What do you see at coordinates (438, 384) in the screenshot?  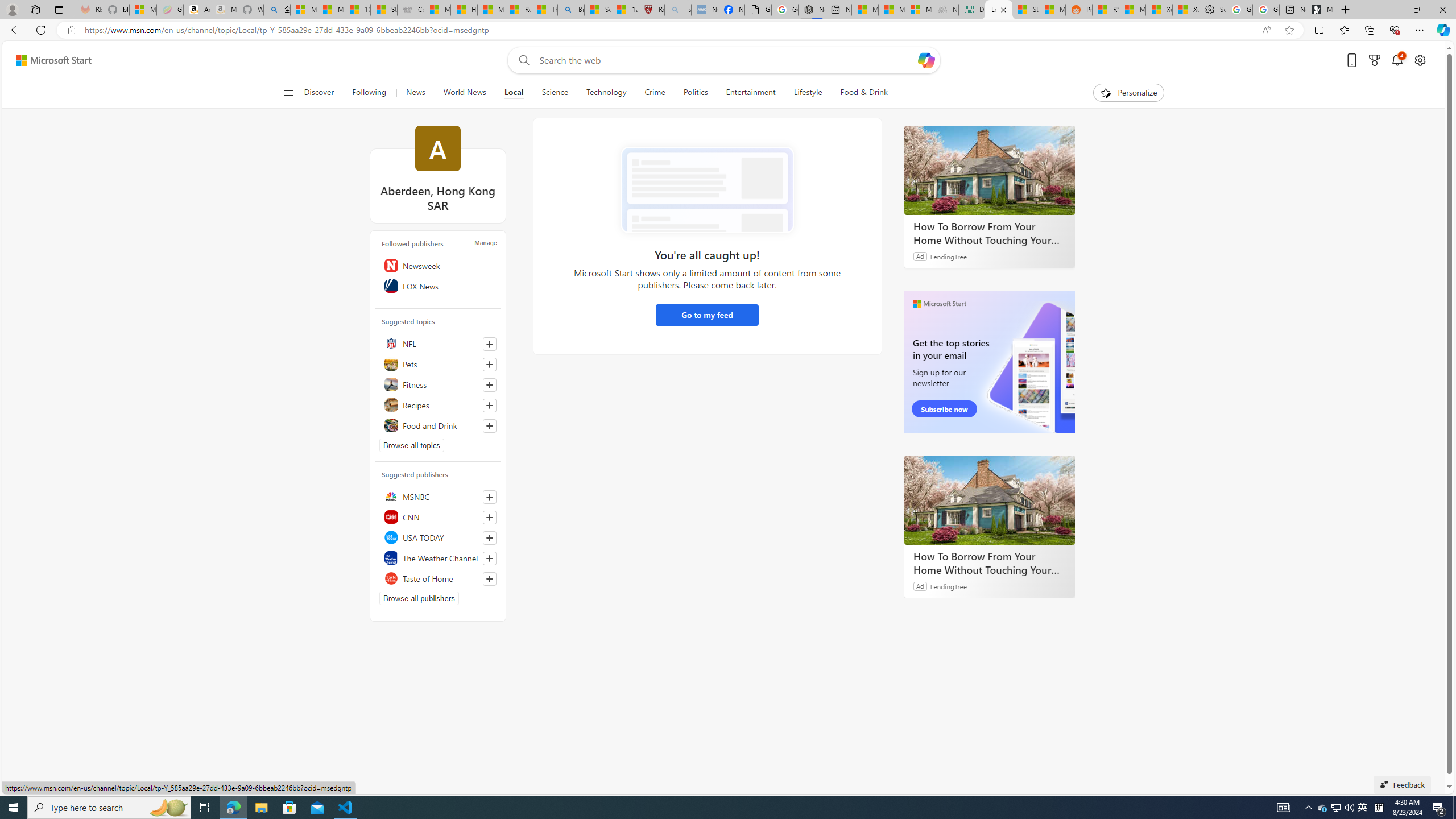 I see `'Fitness'` at bounding box center [438, 384].